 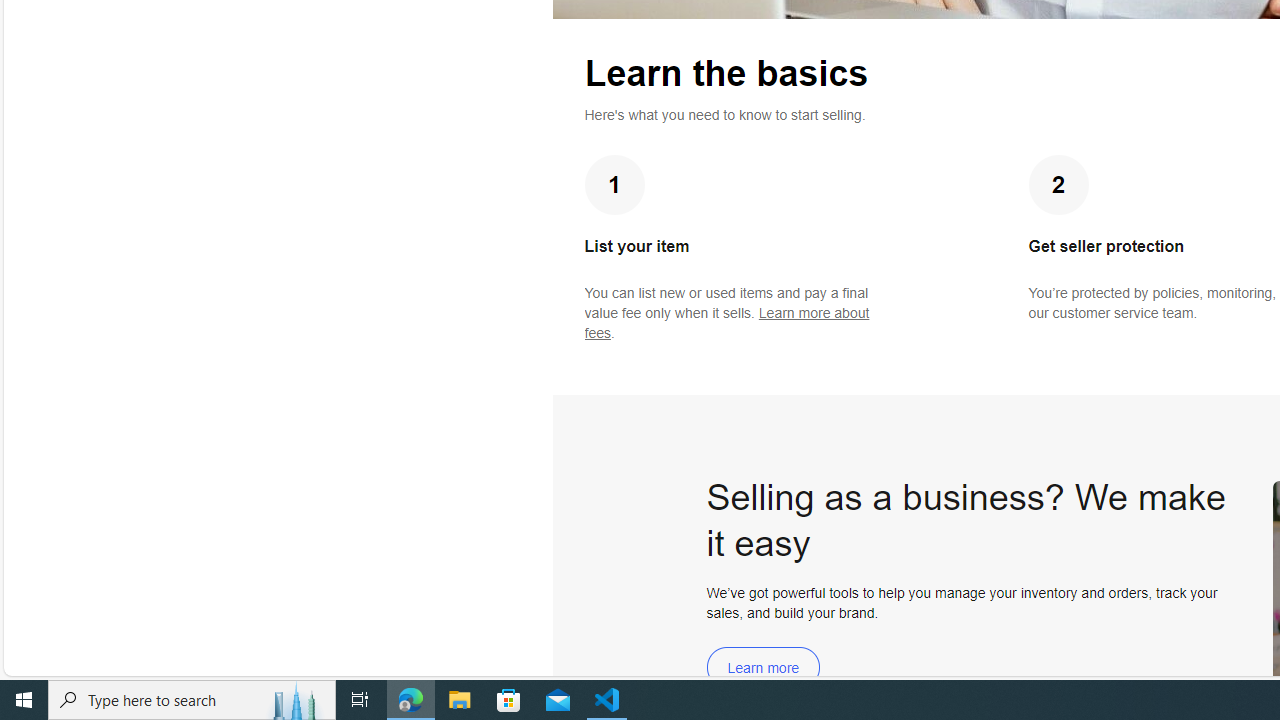 What do you see at coordinates (726, 322) in the screenshot?
I see `'Learn more about fees - opens in new window or tab.'` at bounding box center [726, 322].